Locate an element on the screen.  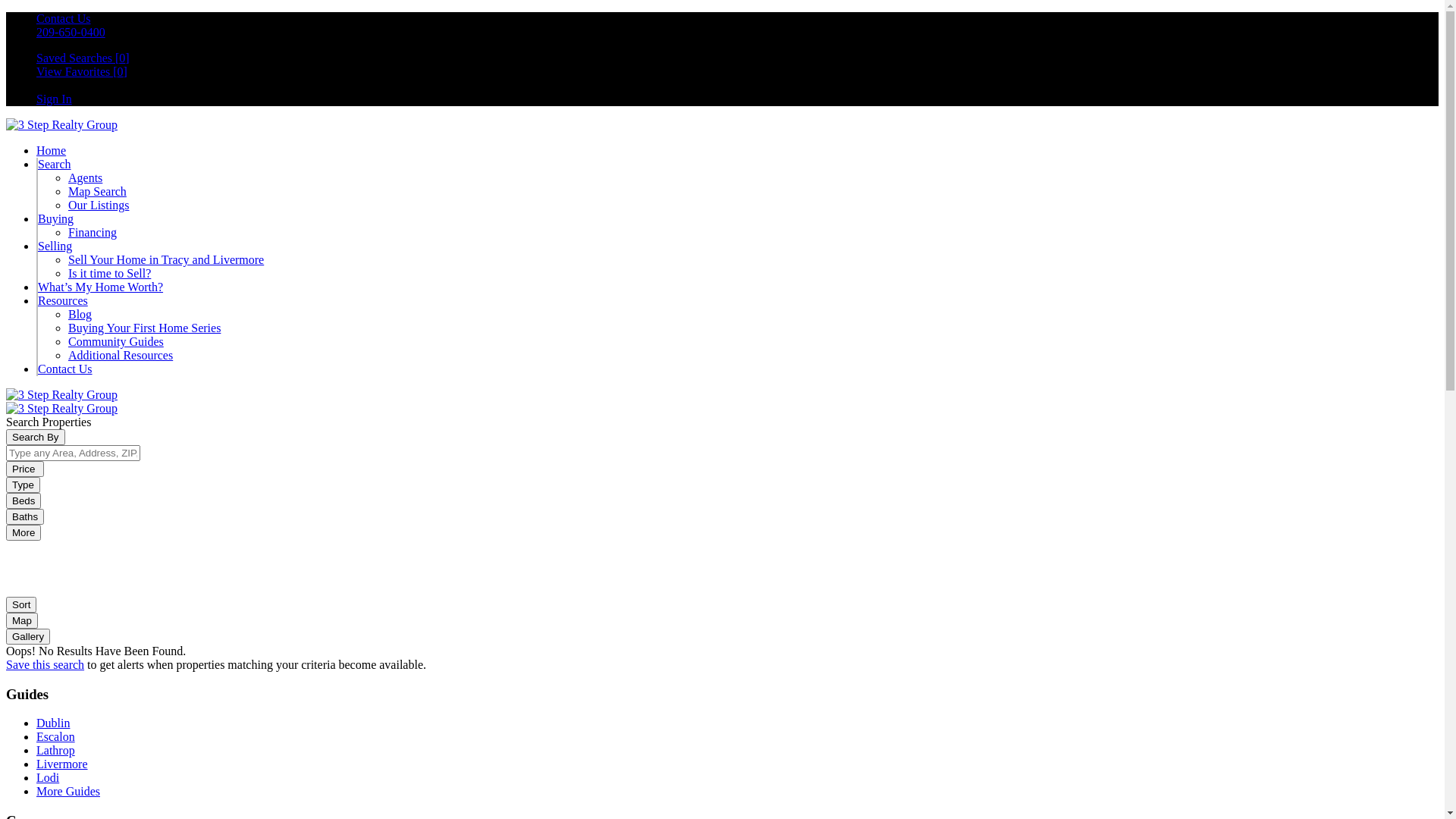
'Gallery' is located at coordinates (28, 635).